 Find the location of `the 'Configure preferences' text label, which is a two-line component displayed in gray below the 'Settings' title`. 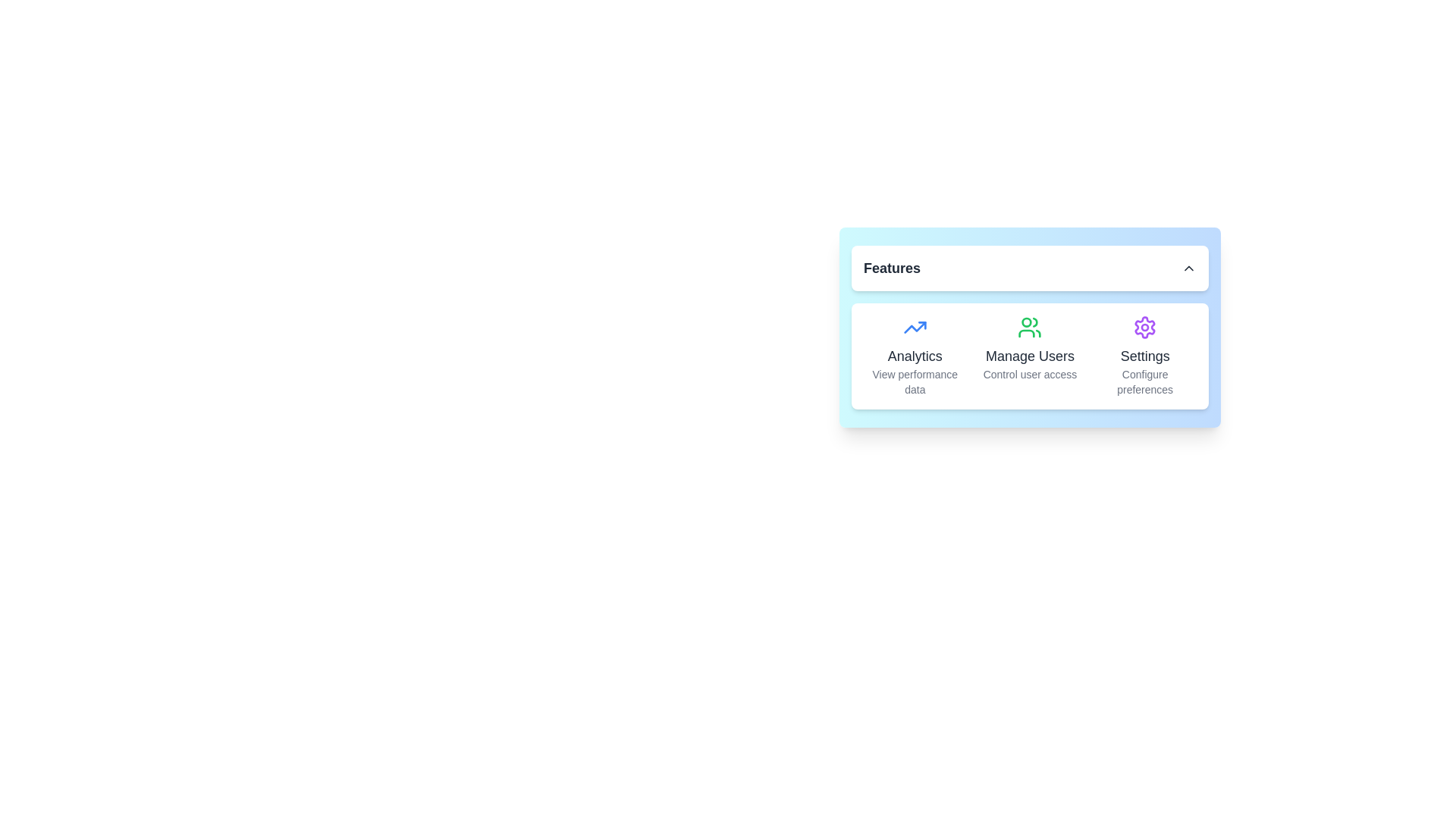

the 'Configure preferences' text label, which is a two-line component displayed in gray below the 'Settings' title is located at coordinates (1145, 381).